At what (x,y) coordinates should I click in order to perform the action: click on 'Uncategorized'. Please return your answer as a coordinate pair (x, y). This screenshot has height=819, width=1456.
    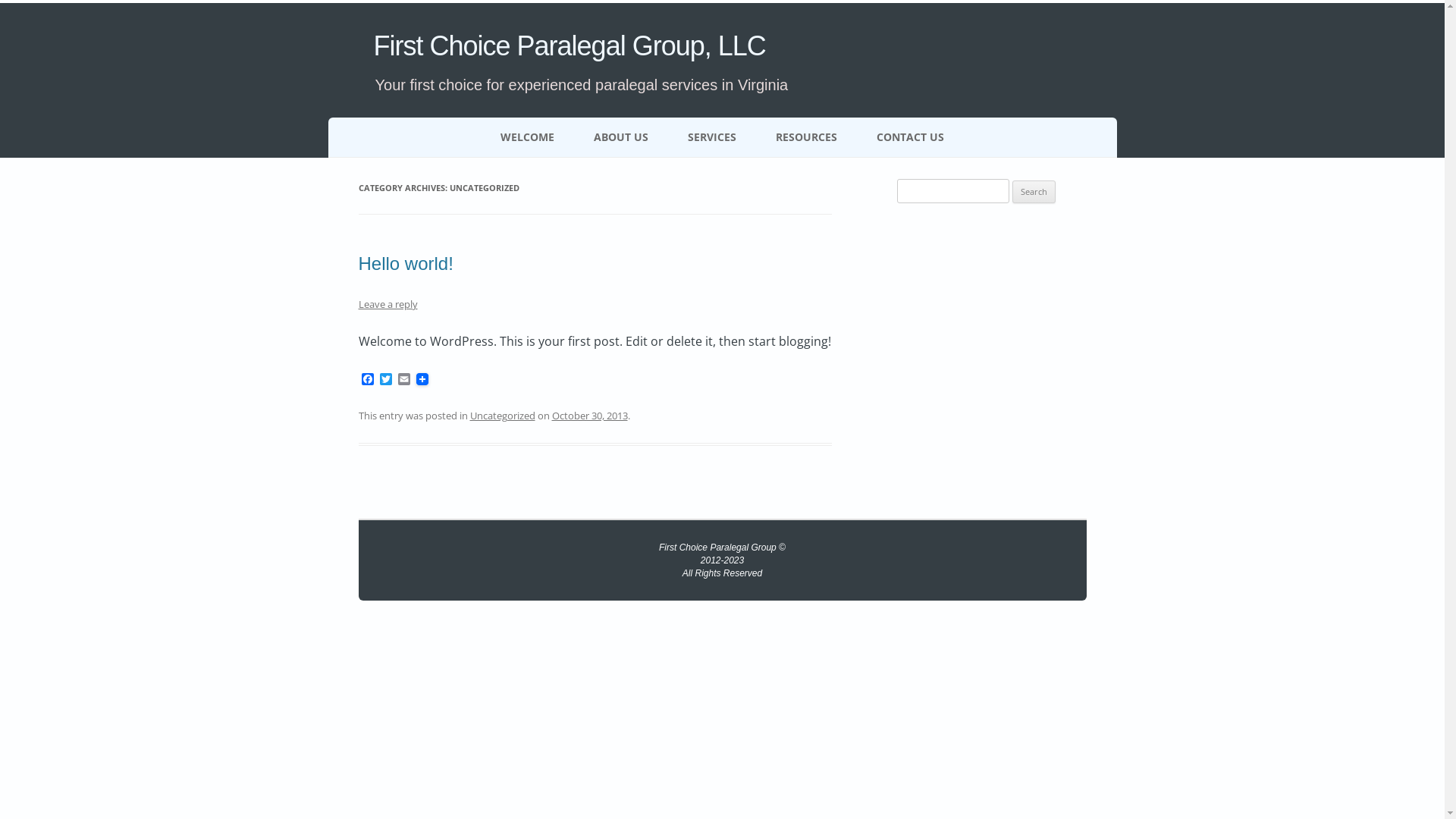
    Looking at the image, I should click on (502, 415).